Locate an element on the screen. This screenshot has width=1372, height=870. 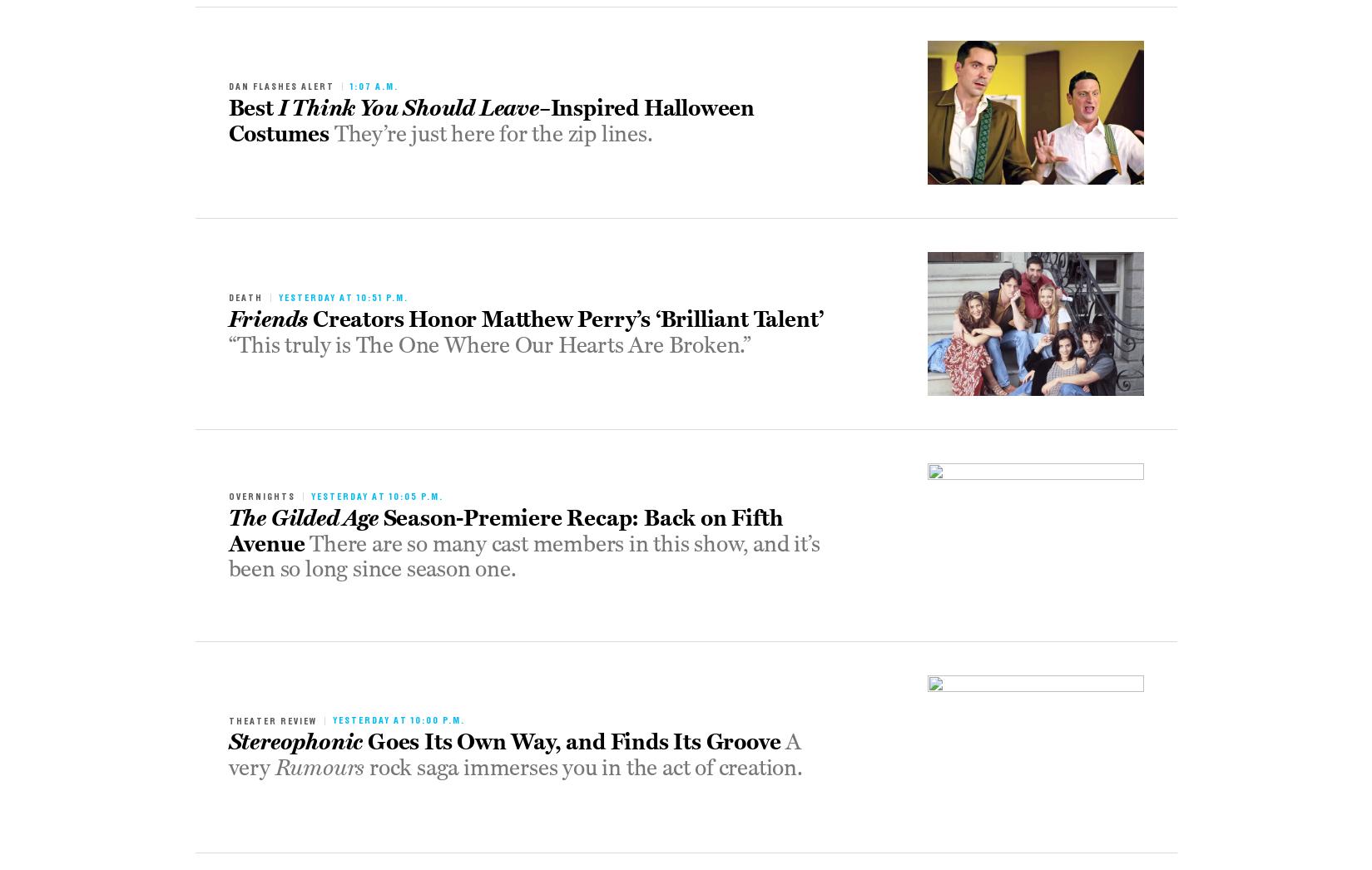
'overnights' is located at coordinates (260, 496).